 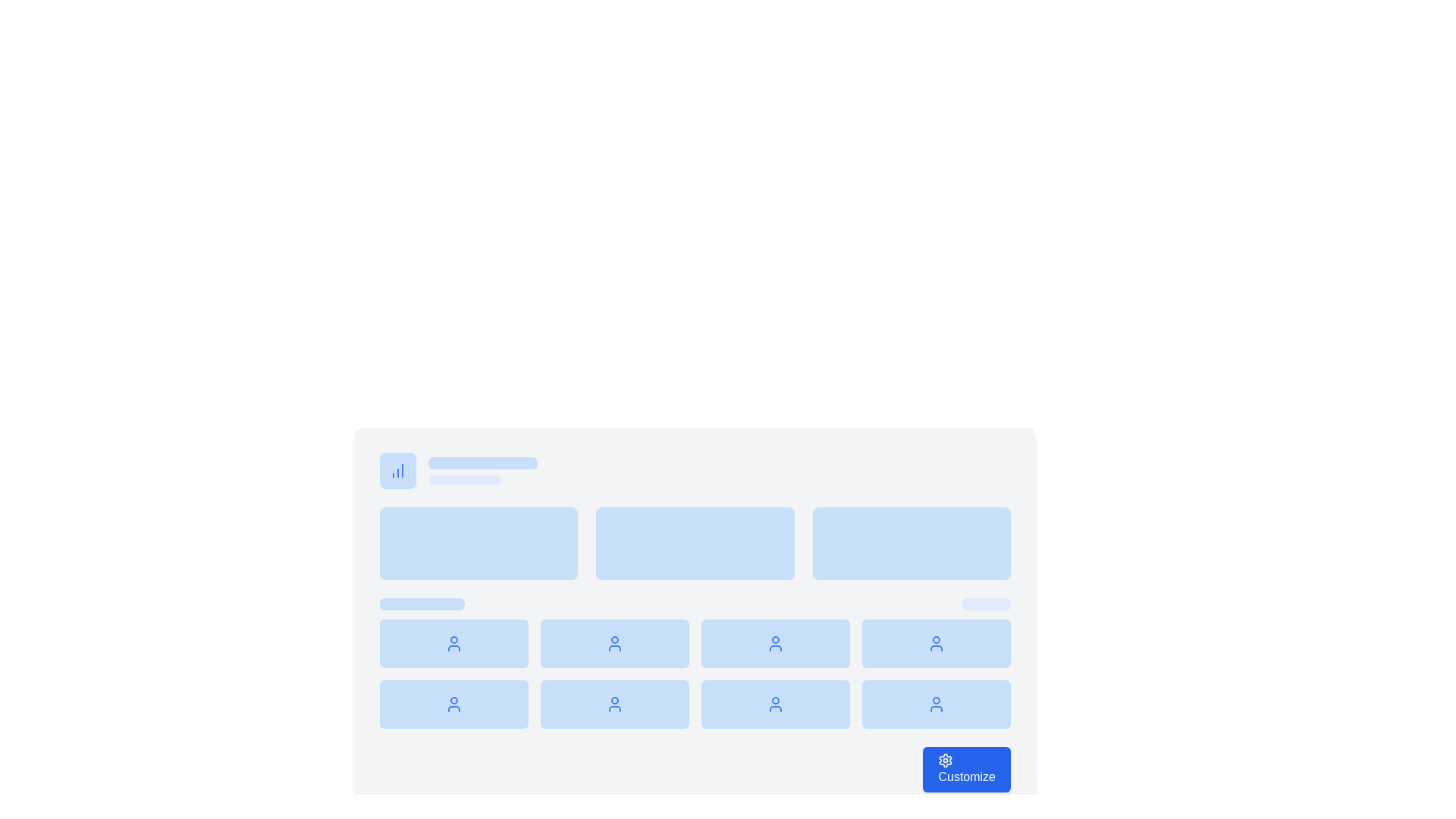 What do you see at coordinates (935, 643) in the screenshot?
I see `the user silhouette icon outlined in blue, located in the second column of the third row in the grid layout` at bounding box center [935, 643].